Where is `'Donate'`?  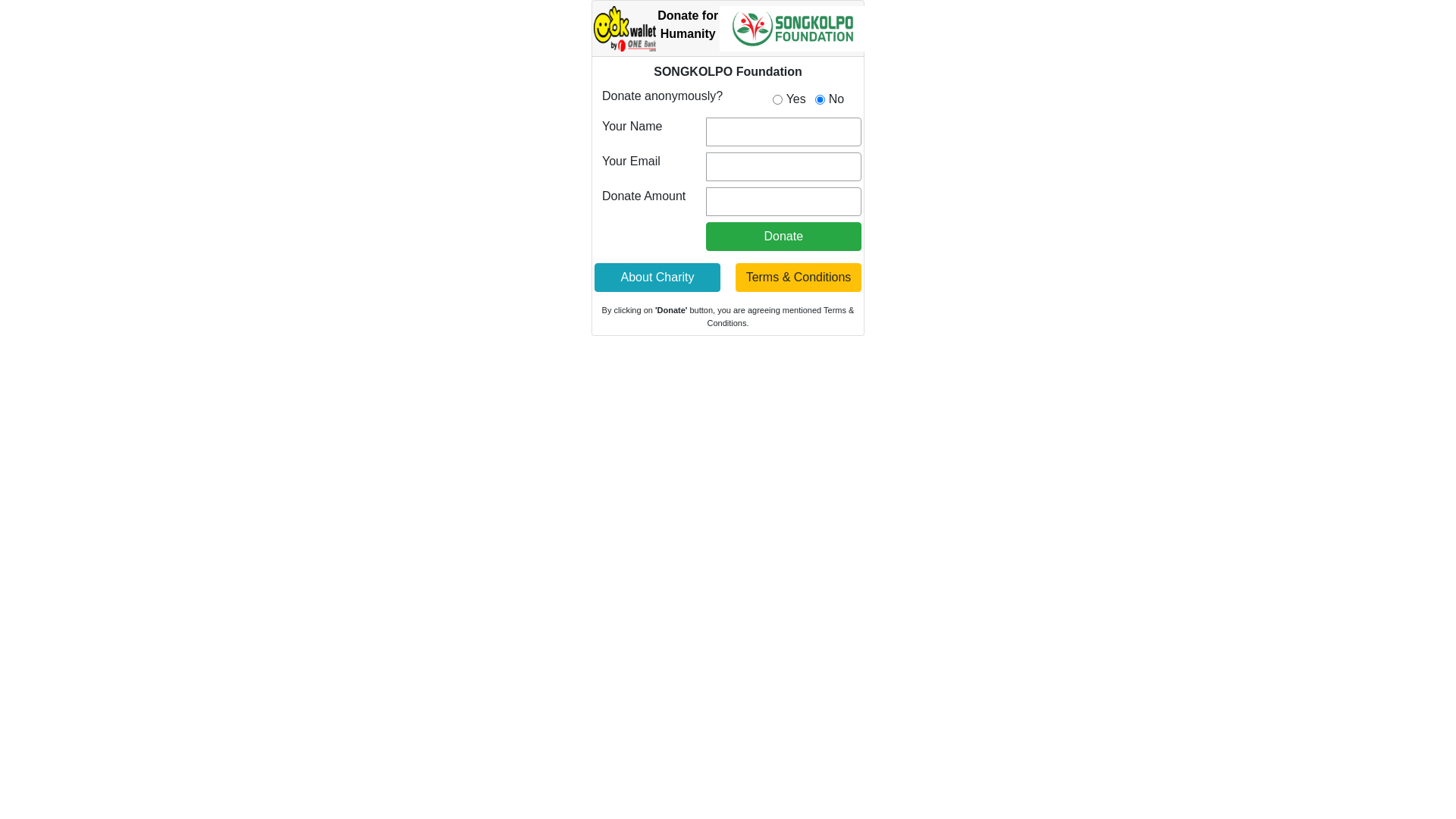
'Donate' is located at coordinates (783, 237).